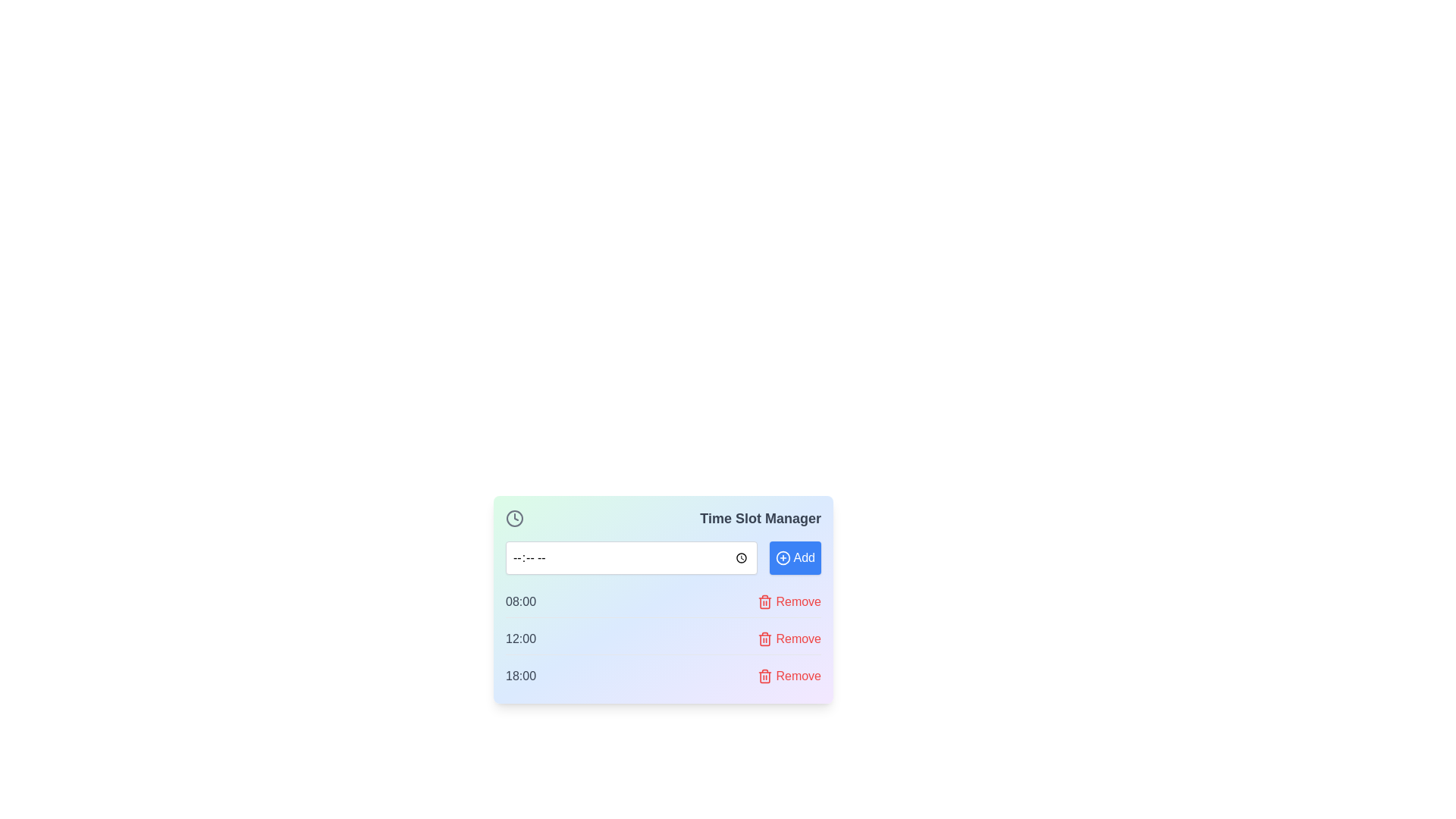  Describe the element at coordinates (514, 517) in the screenshot. I see `the decorative SVG circle element located in the top-left position of the clock icon in the 'Time Slot Manager' pane` at that location.